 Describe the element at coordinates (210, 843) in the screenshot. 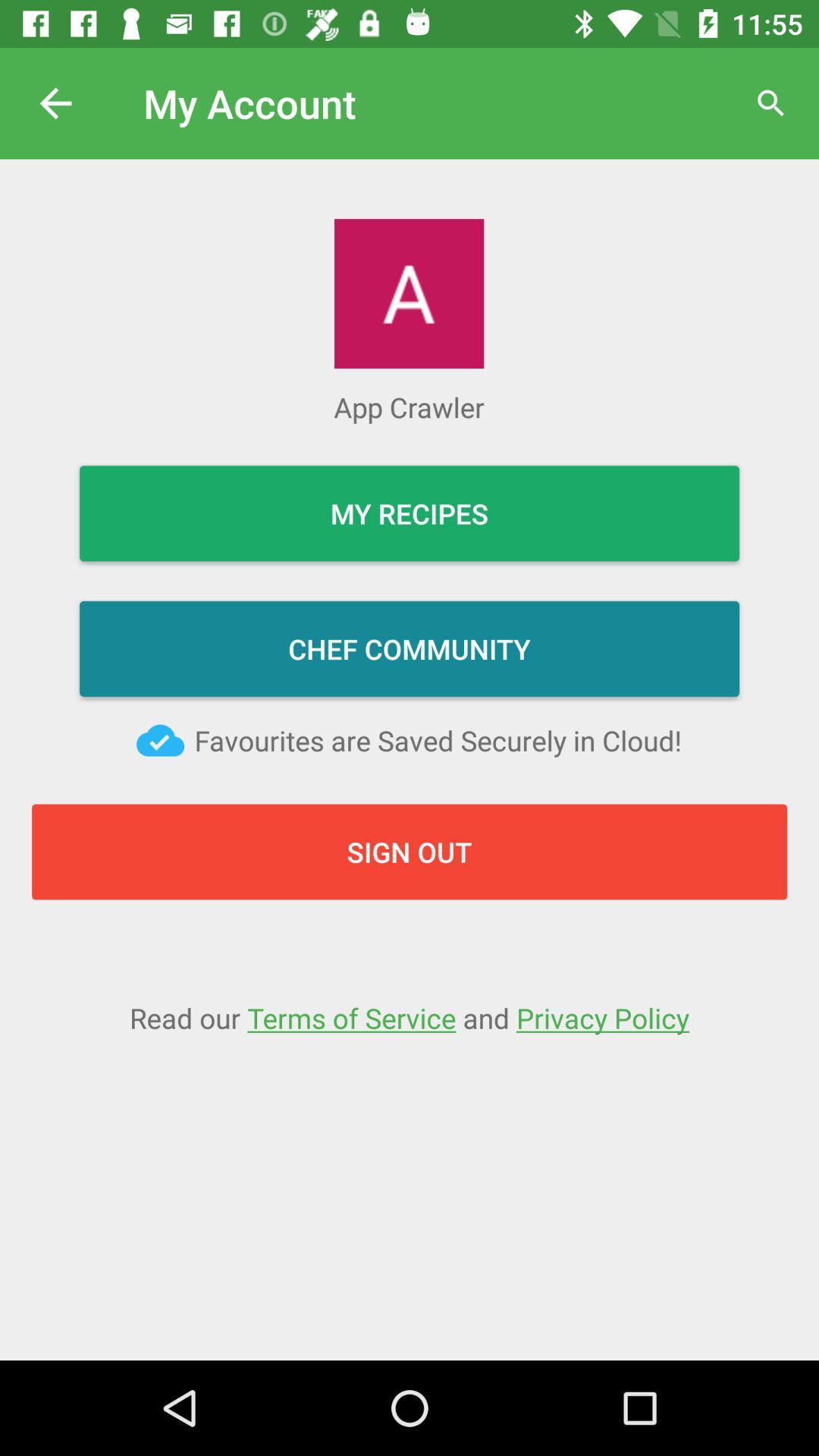

I see `the sign out button on the web page` at that location.